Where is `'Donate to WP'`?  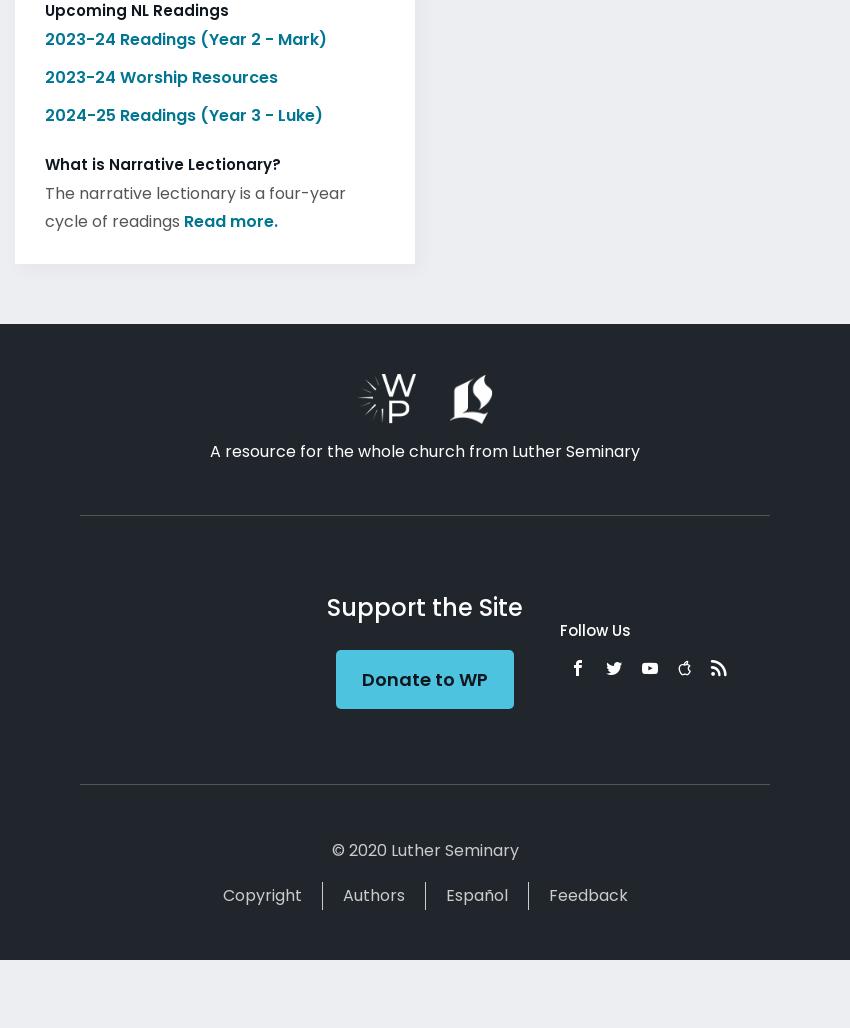 'Donate to WP' is located at coordinates (423, 673).